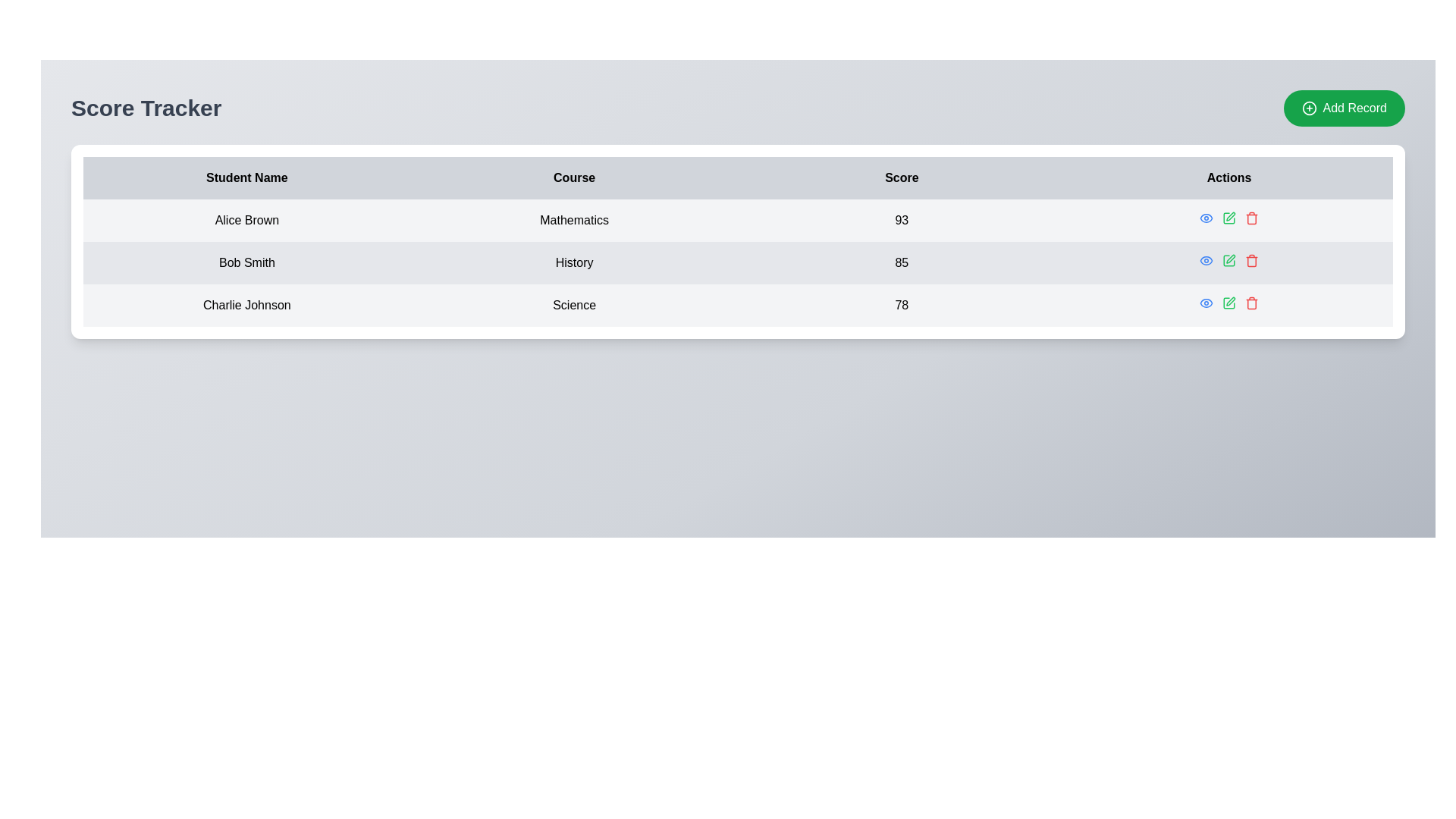 The image size is (1456, 819). What do you see at coordinates (573, 177) in the screenshot?
I see `text of the Table Header Cell that serves as the label for the column containing course names, positioned between the 'Student Name' and 'Score' cells` at bounding box center [573, 177].